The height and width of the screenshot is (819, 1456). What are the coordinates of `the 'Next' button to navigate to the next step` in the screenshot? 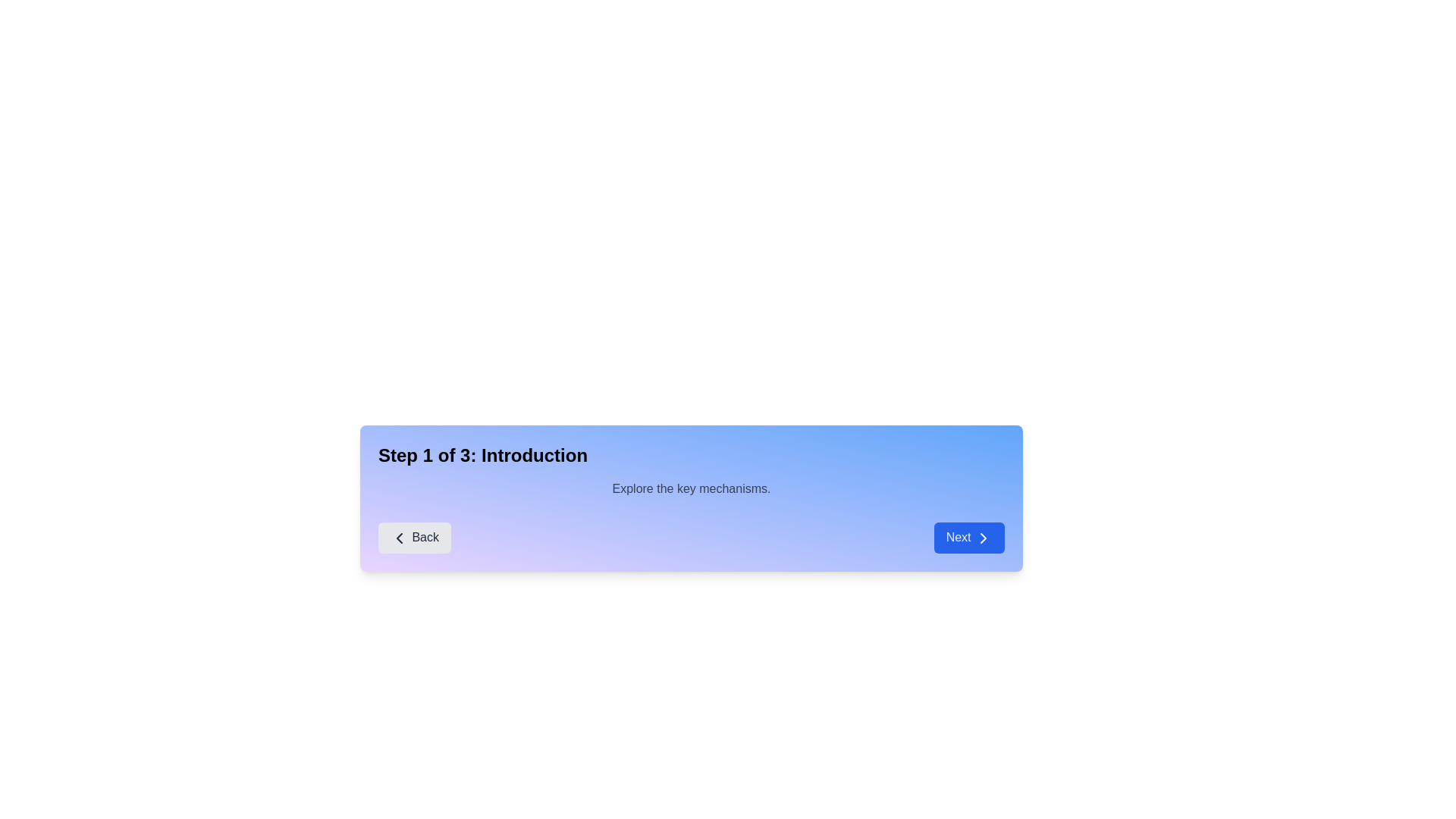 It's located at (968, 537).